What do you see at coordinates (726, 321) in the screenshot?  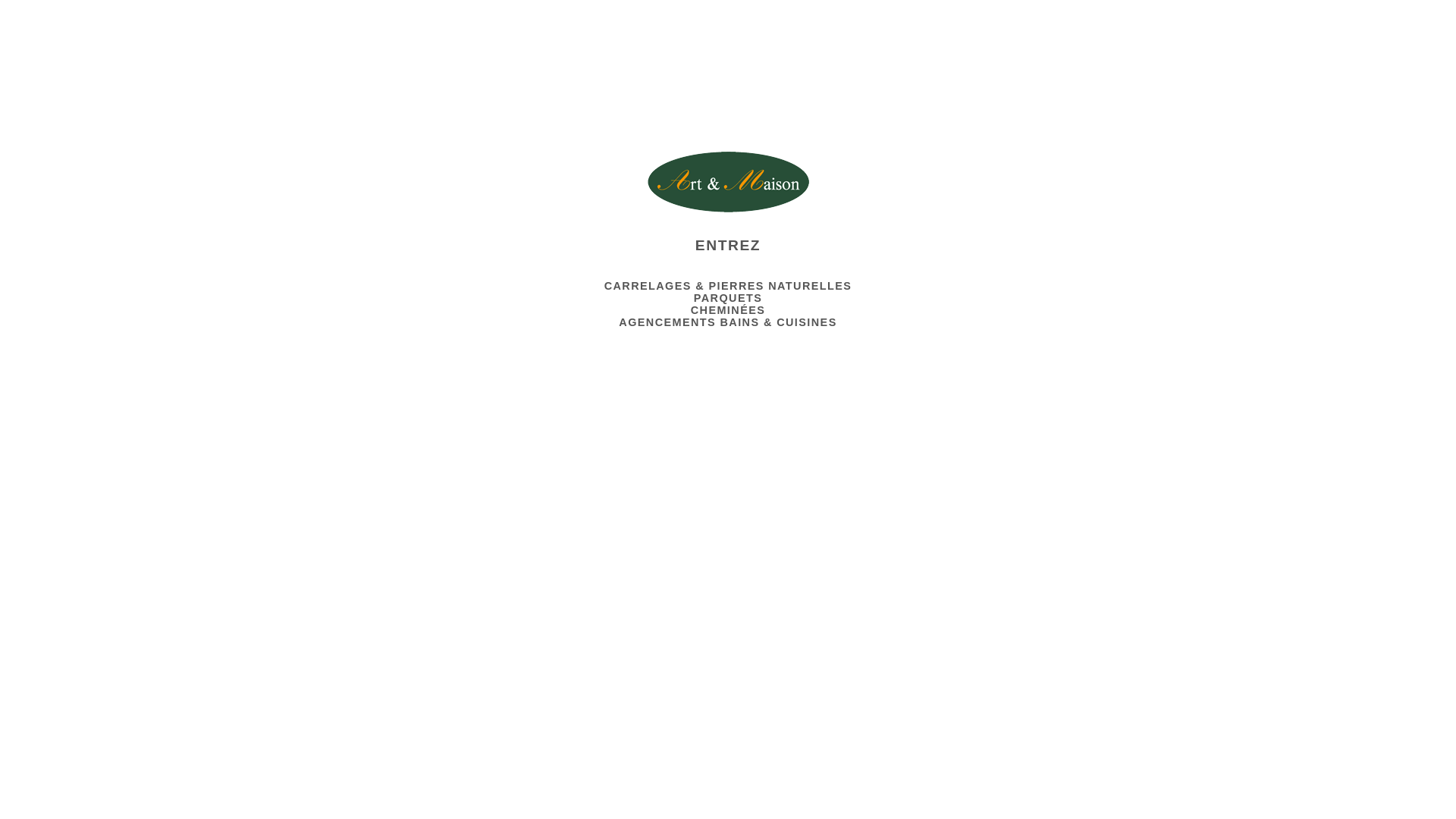 I see `'AGENCEMENTS BAINS & CUISINES'` at bounding box center [726, 321].